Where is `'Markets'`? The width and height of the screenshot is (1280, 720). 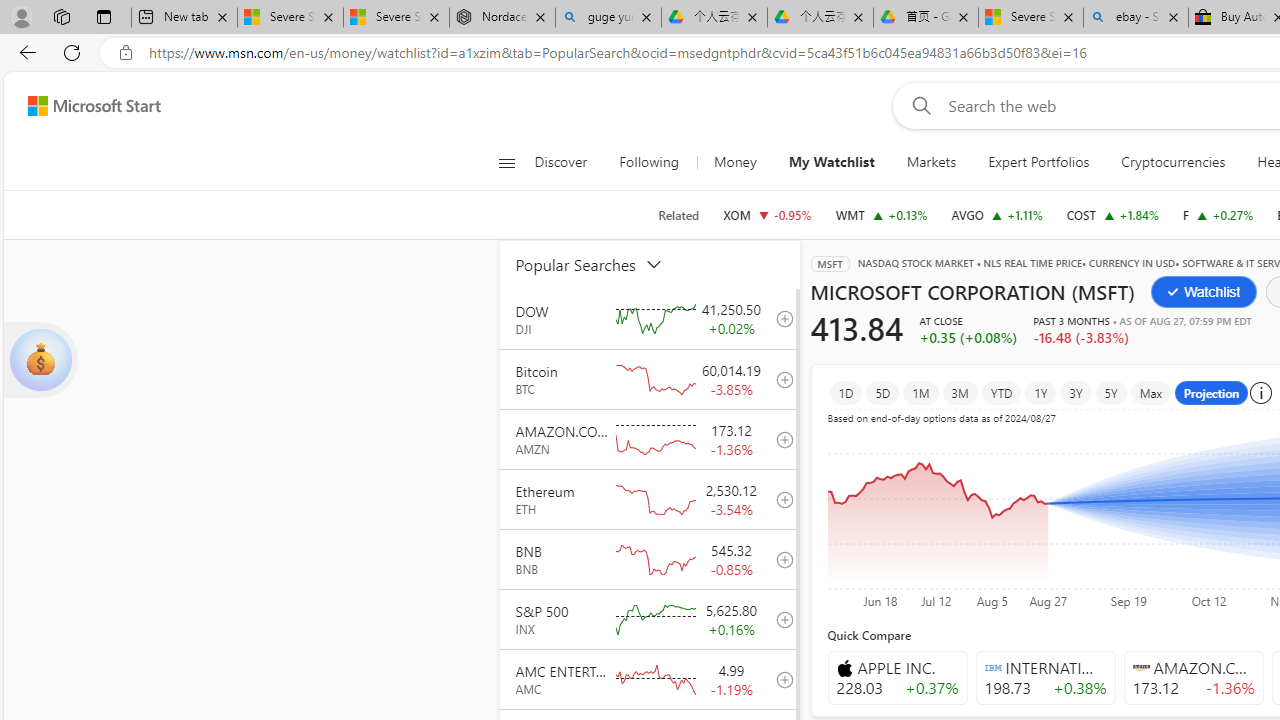 'Markets' is located at coordinates (930, 162).